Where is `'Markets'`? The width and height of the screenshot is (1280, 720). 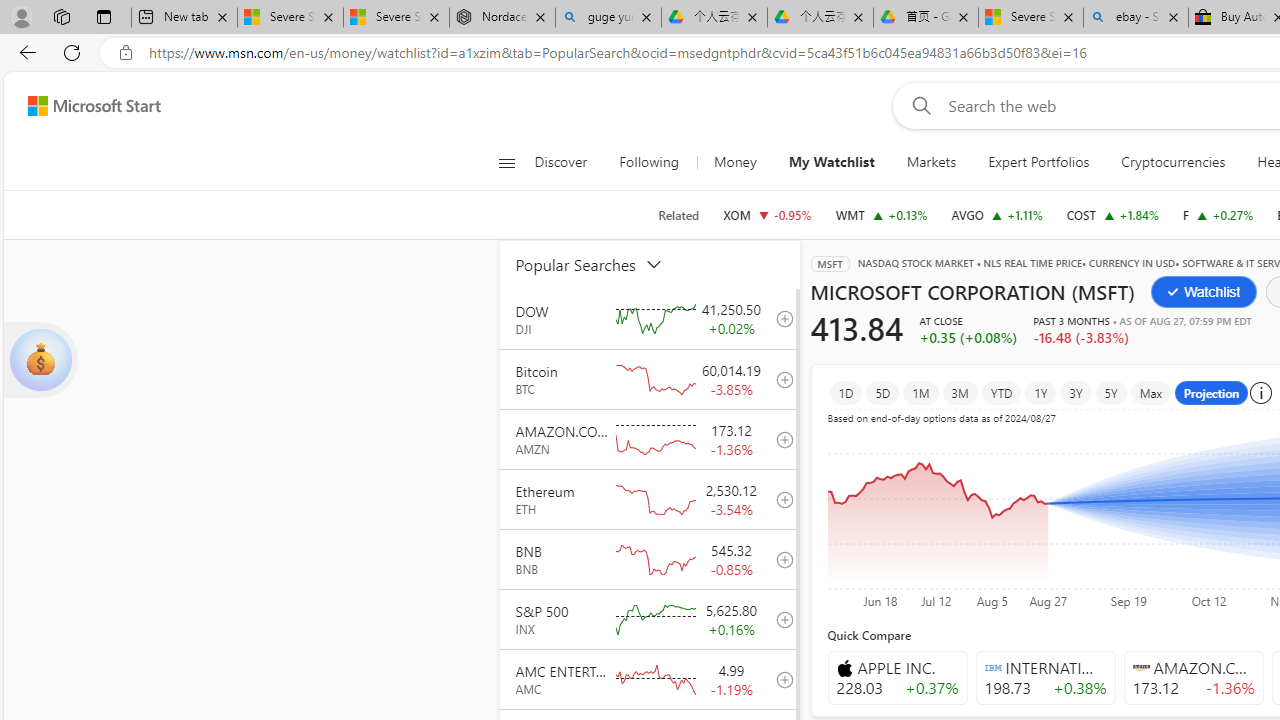 'Markets' is located at coordinates (930, 162).